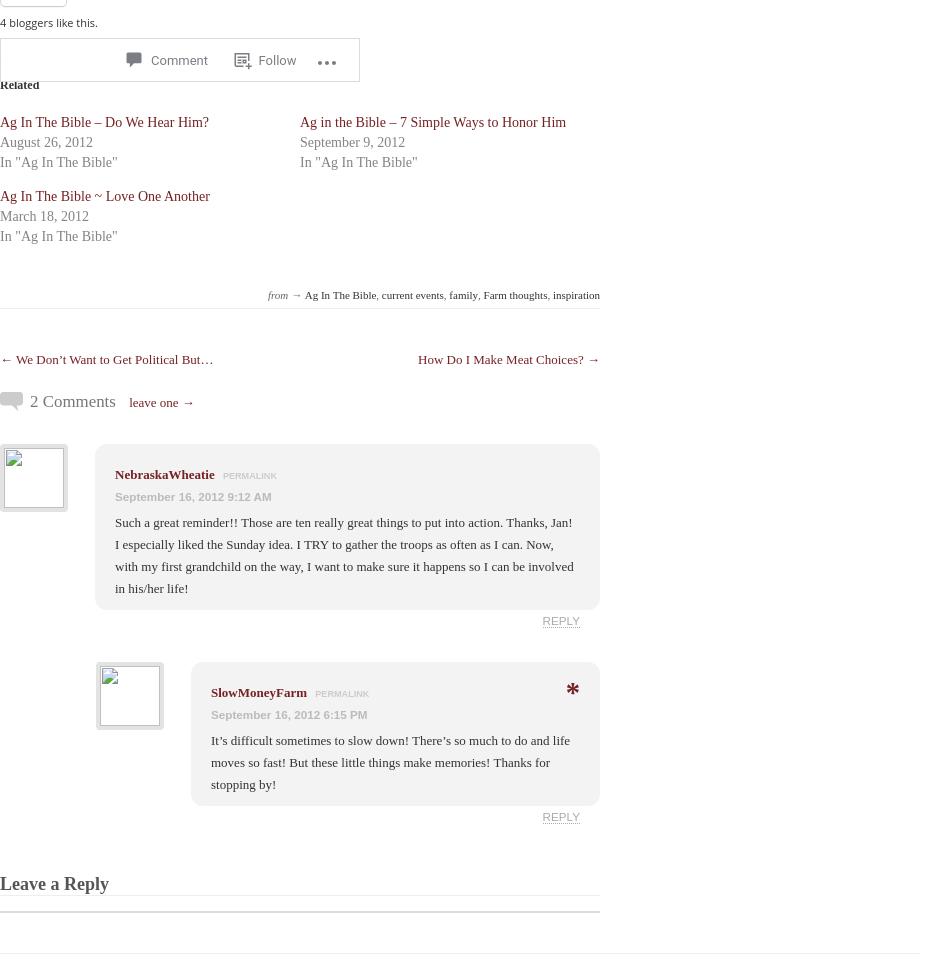  What do you see at coordinates (411, 293) in the screenshot?
I see `'current events'` at bounding box center [411, 293].